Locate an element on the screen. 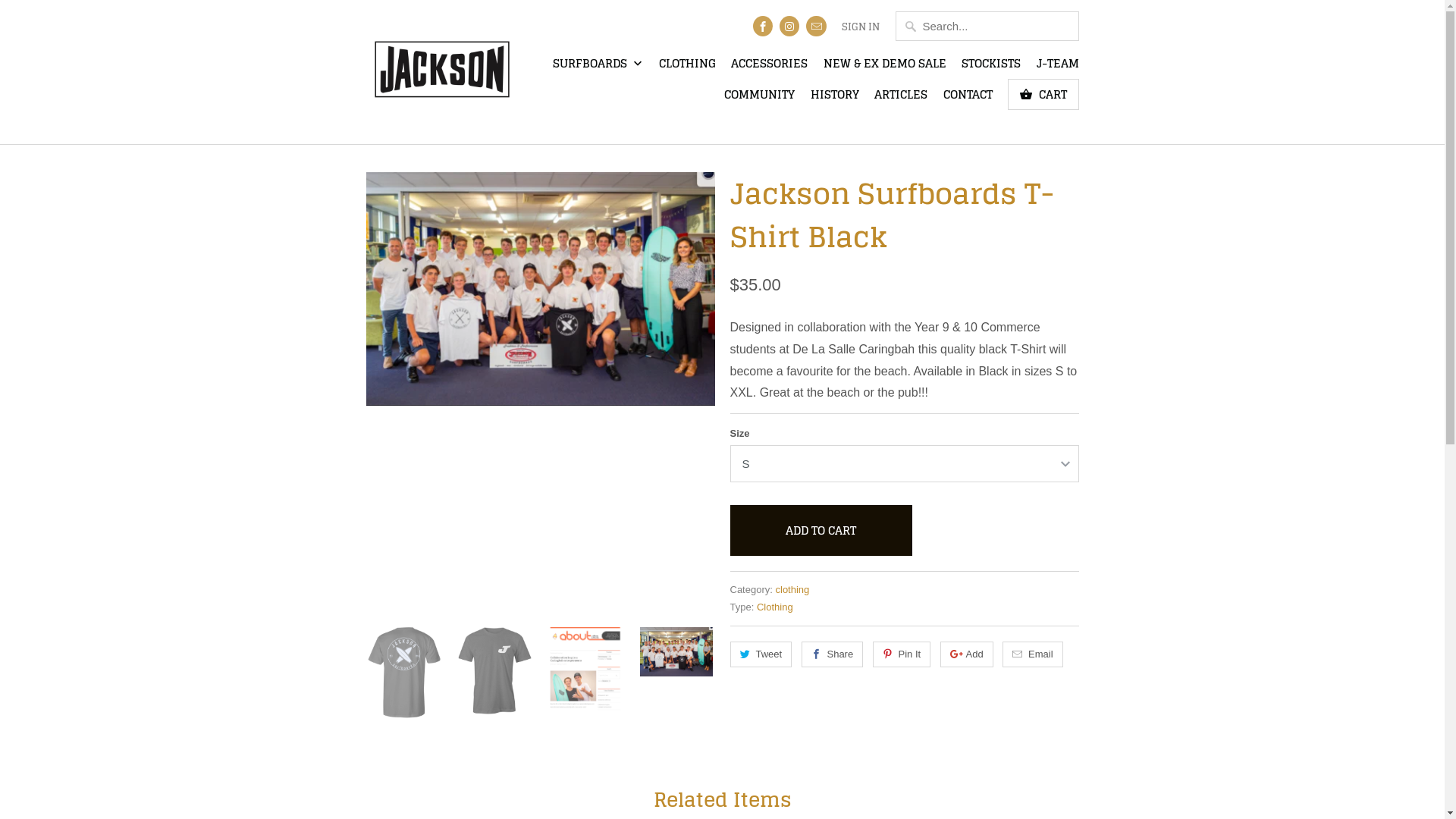 The width and height of the screenshot is (1456, 819). 'J-TEAM' is located at coordinates (1056, 66).